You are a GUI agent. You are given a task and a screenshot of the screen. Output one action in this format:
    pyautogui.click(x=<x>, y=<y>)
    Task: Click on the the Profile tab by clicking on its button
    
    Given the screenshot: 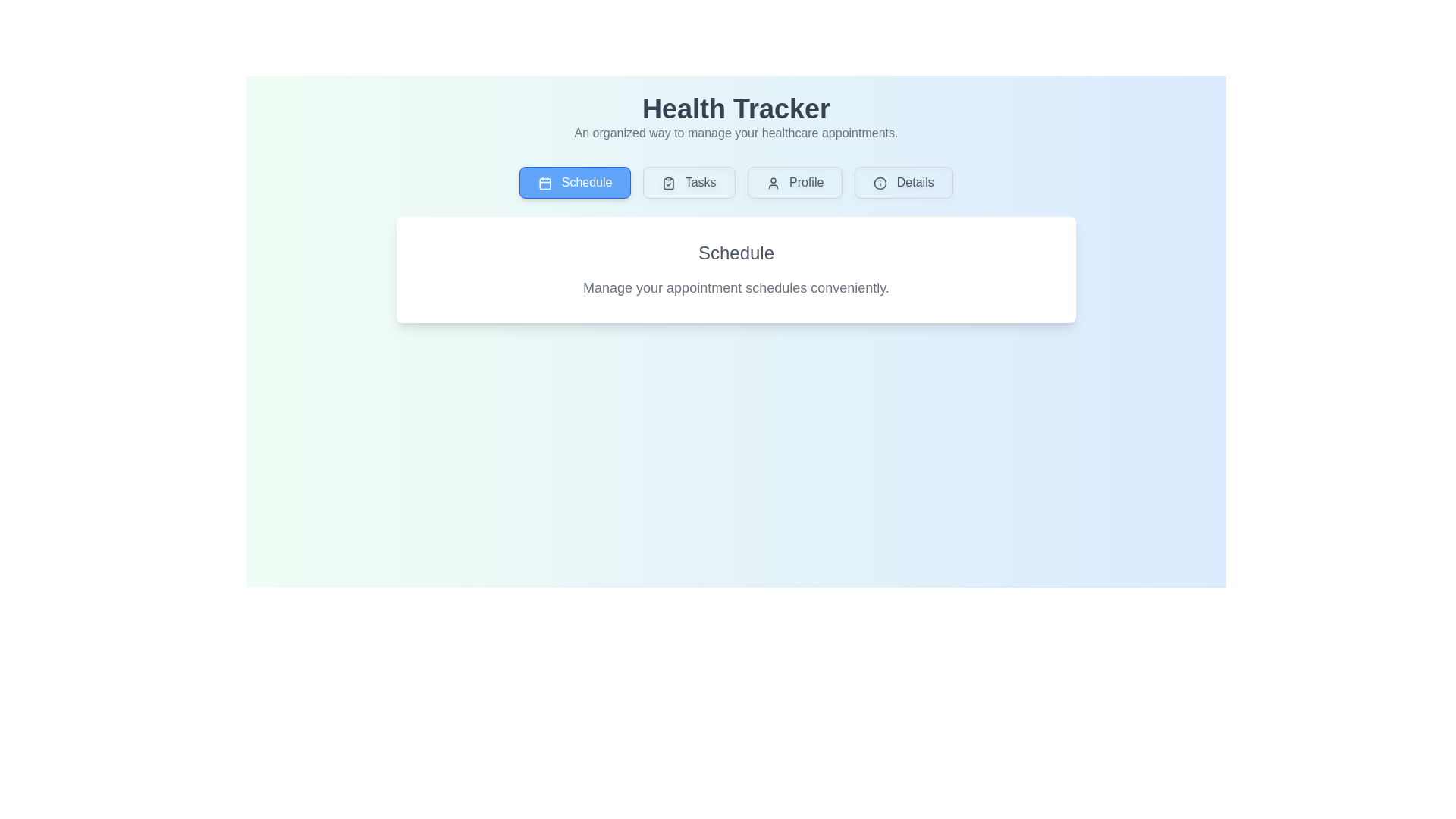 What is the action you would take?
    pyautogui.click(x=794, y=181)
    